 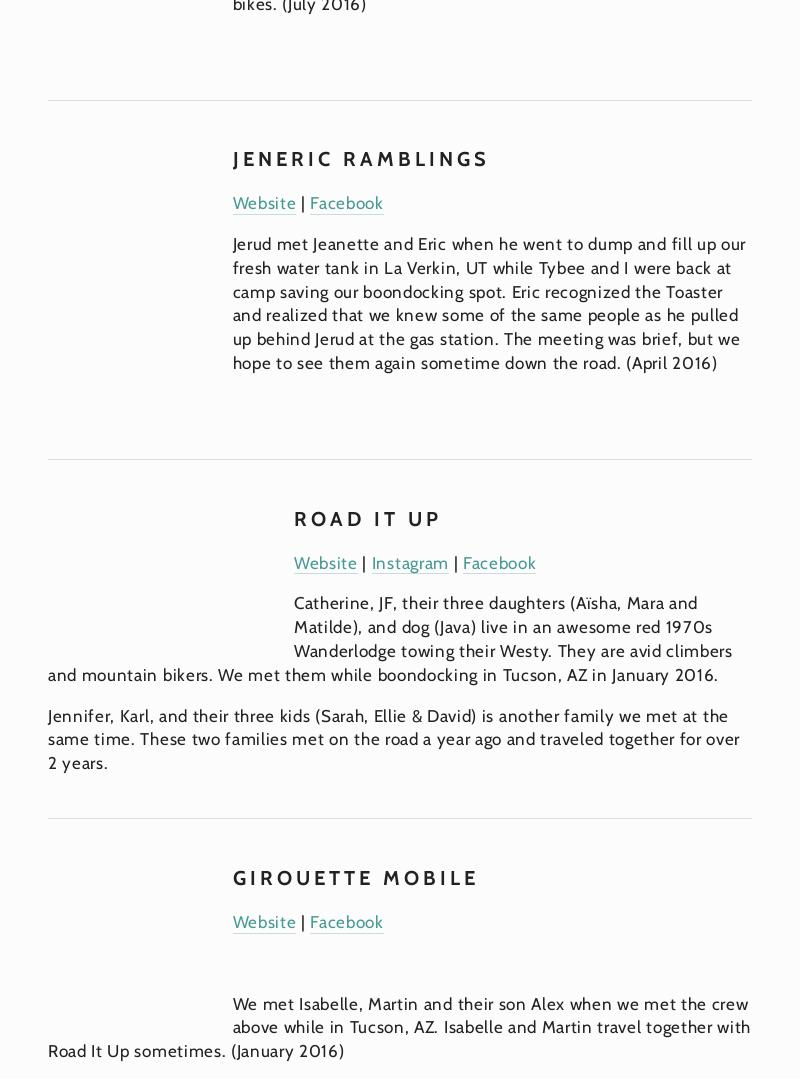 I want to click on 'JENERIC RAMBLINGS', so click(x=360, y=158).